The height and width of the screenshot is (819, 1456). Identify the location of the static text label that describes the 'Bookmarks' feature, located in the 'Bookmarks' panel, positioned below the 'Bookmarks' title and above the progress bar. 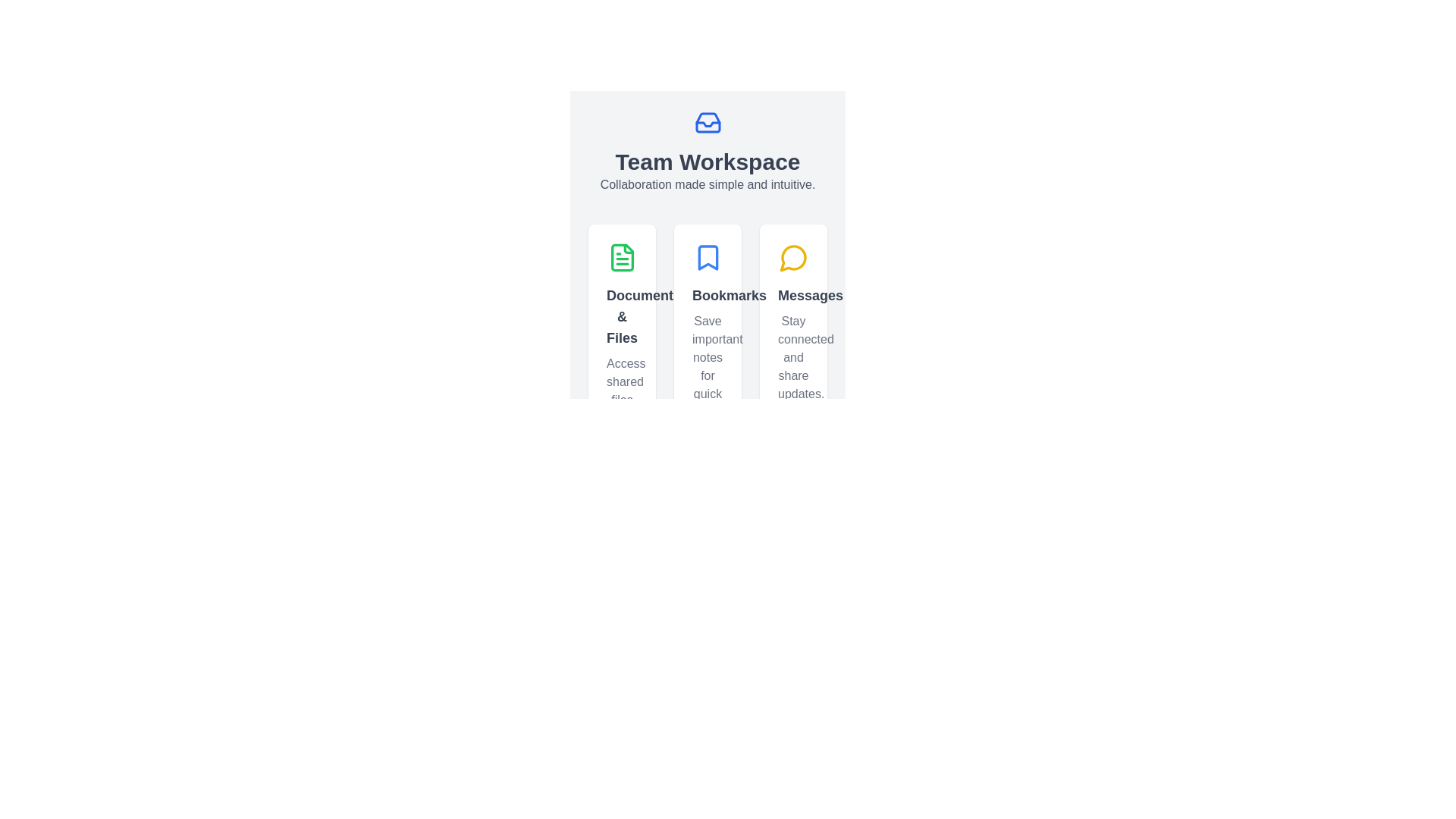
(707, 366).